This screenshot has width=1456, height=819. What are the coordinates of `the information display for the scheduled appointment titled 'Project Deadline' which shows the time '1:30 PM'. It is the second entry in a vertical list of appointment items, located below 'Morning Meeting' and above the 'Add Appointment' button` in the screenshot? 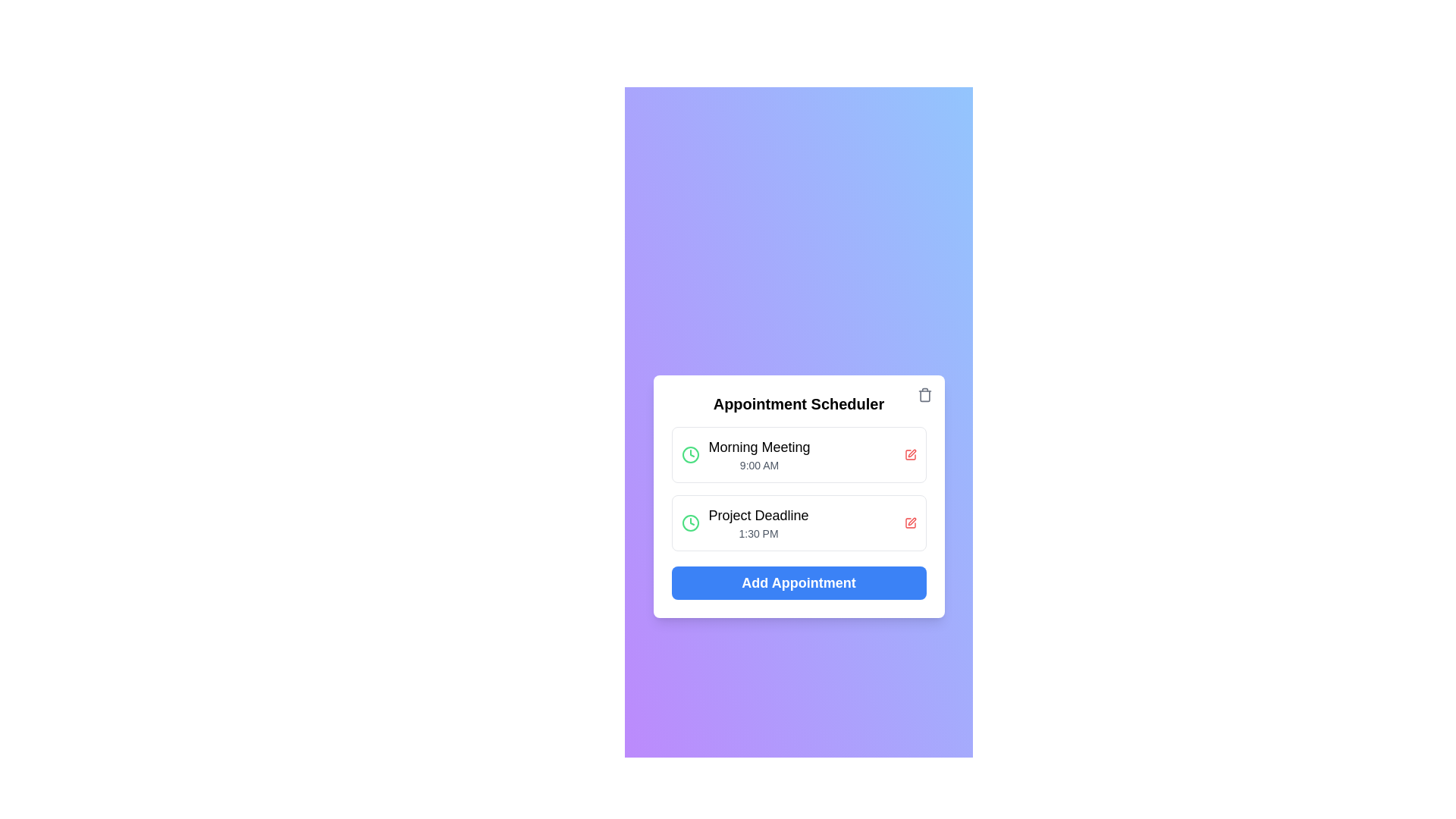 It's located at (745, 522).